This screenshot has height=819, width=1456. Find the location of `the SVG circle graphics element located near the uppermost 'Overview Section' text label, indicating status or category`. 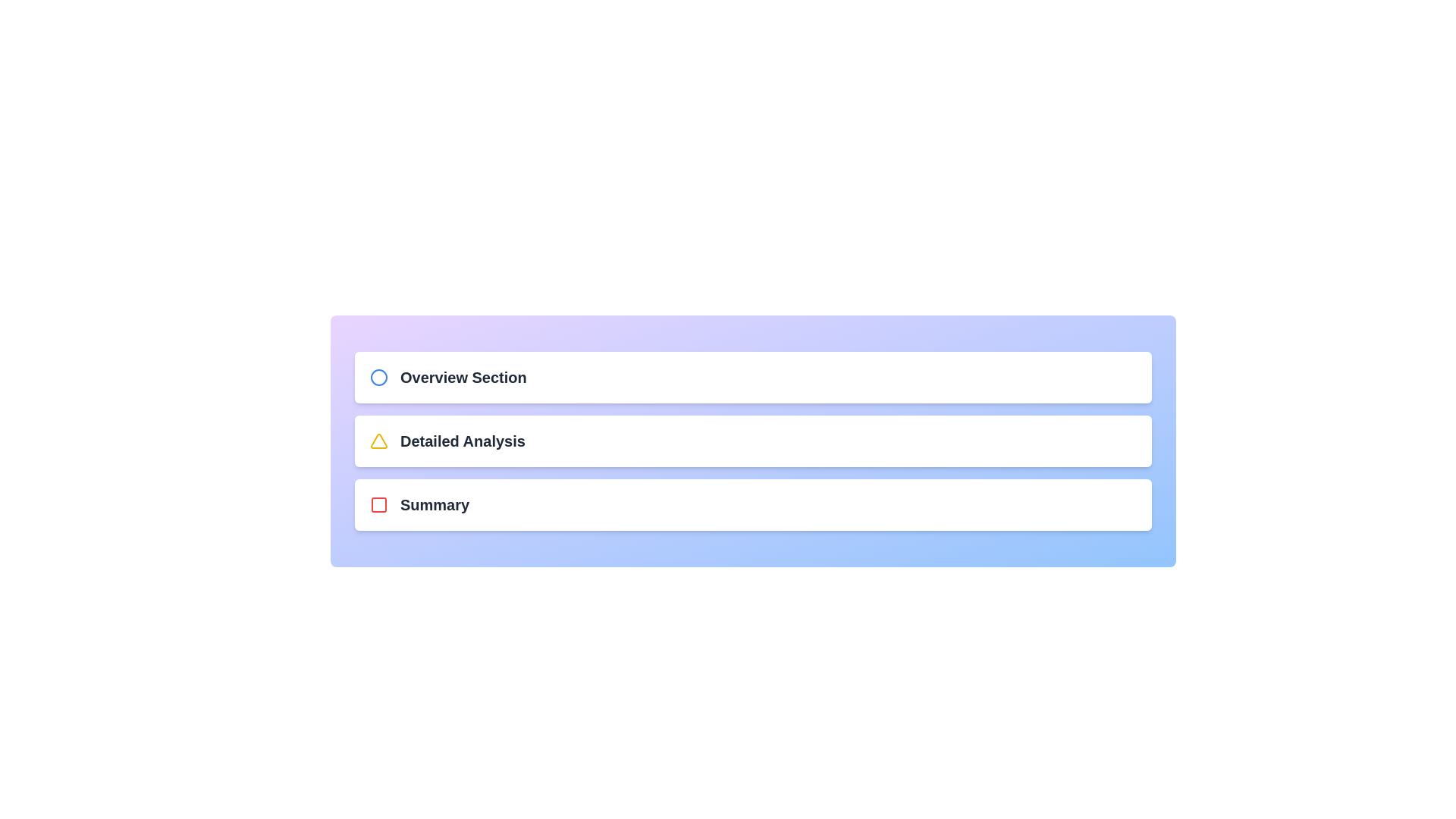

the SVG circle graphics element located near the uppermost 'Overview Section' text label, indicating status or category is located at coordinates (378, 376).